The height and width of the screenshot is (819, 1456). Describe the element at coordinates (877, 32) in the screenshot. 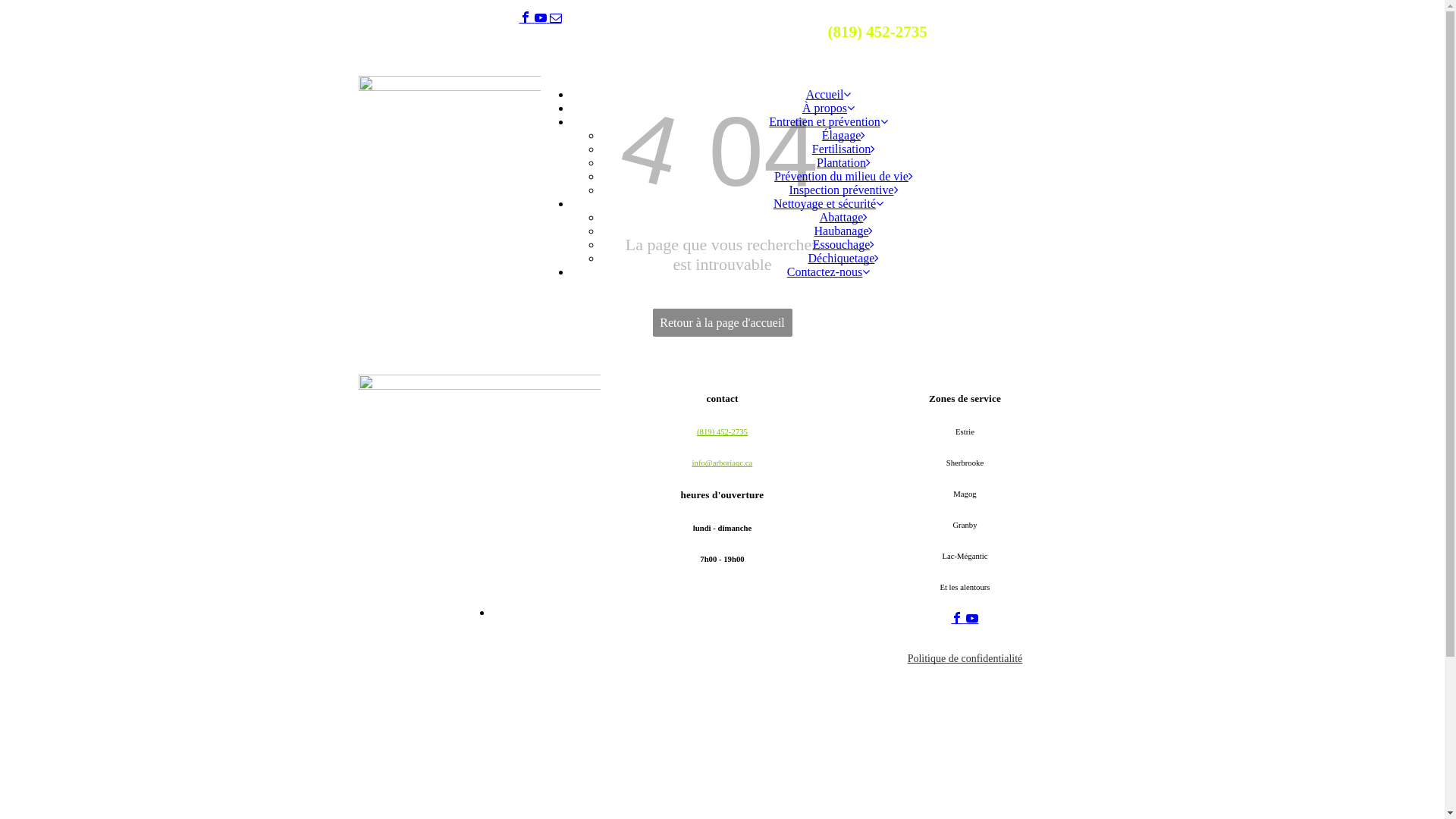

I see `'(819) 452-2735'` at that location.